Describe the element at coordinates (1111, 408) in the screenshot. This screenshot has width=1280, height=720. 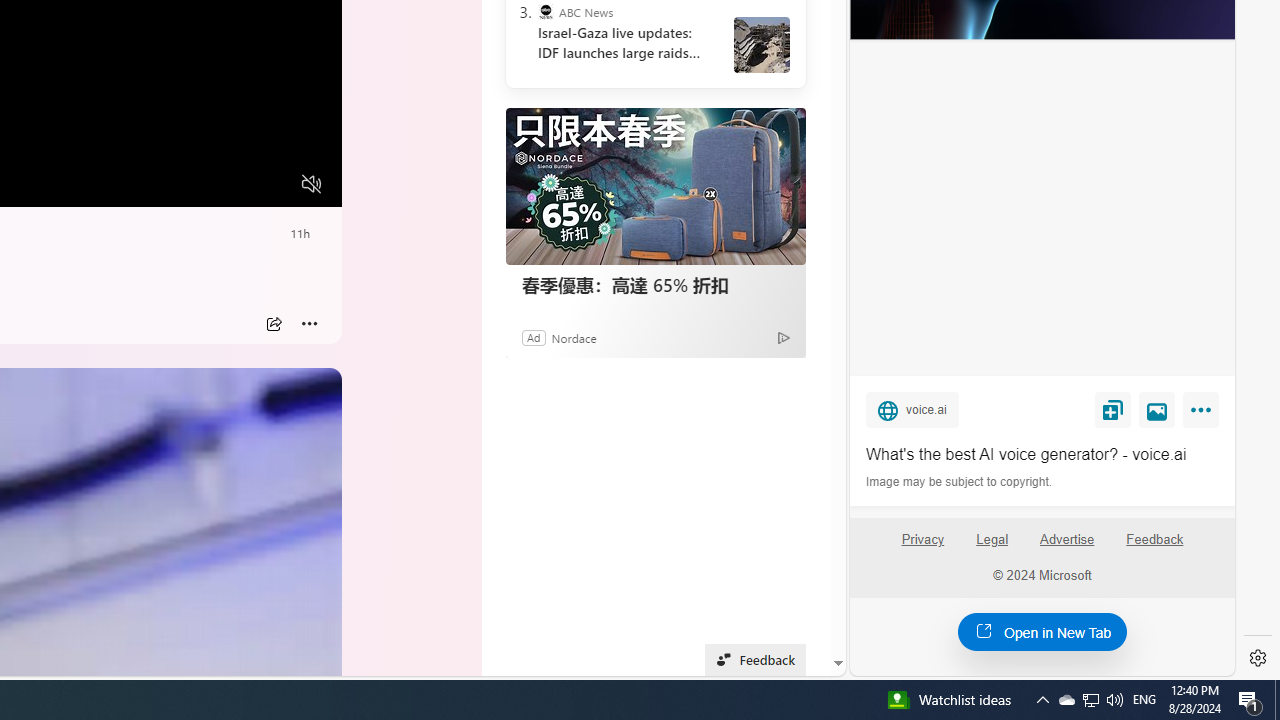
I see `'Save'` at that location.